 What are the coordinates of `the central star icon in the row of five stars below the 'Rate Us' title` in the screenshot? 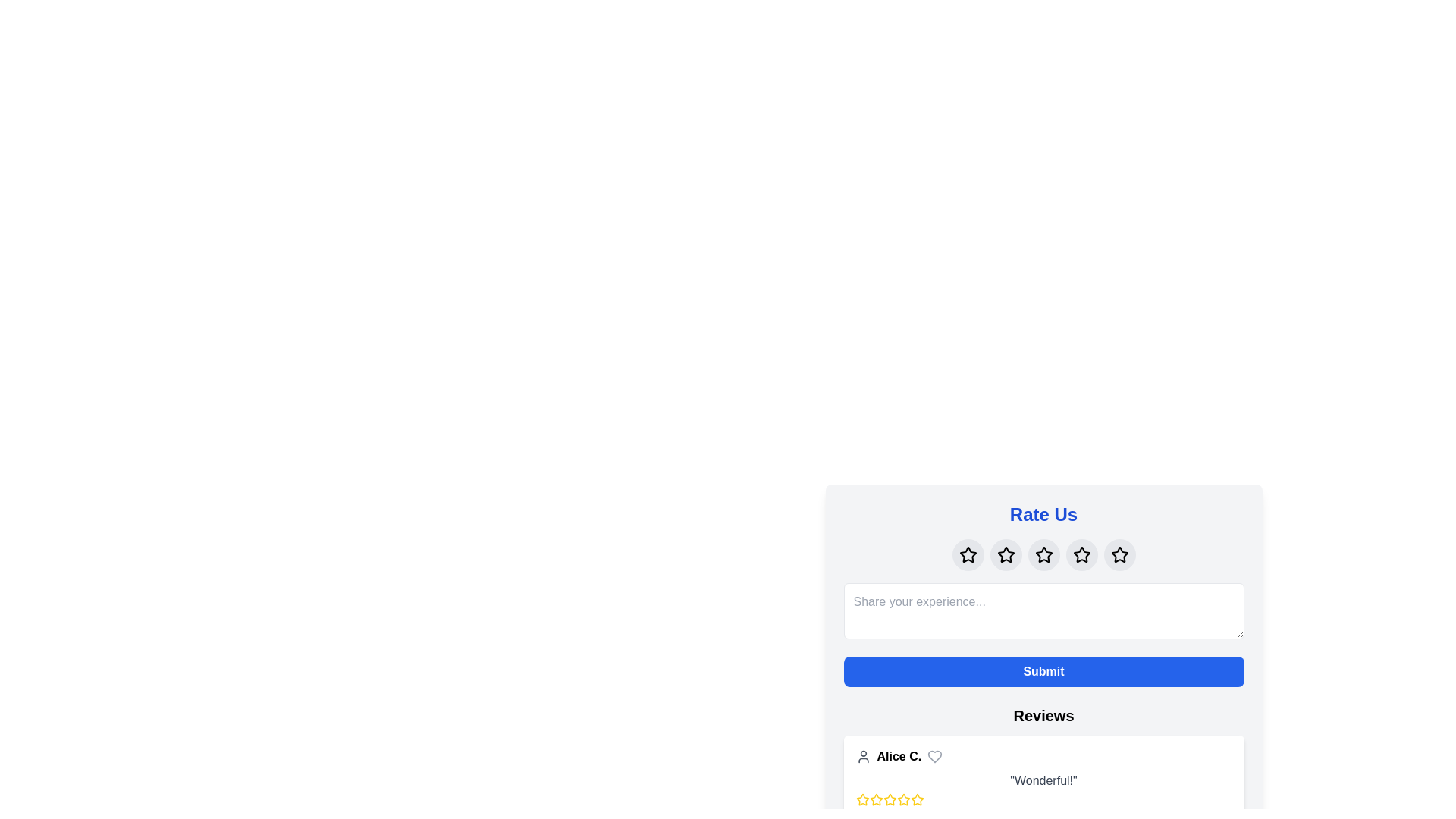 It's located at (1006, 554).